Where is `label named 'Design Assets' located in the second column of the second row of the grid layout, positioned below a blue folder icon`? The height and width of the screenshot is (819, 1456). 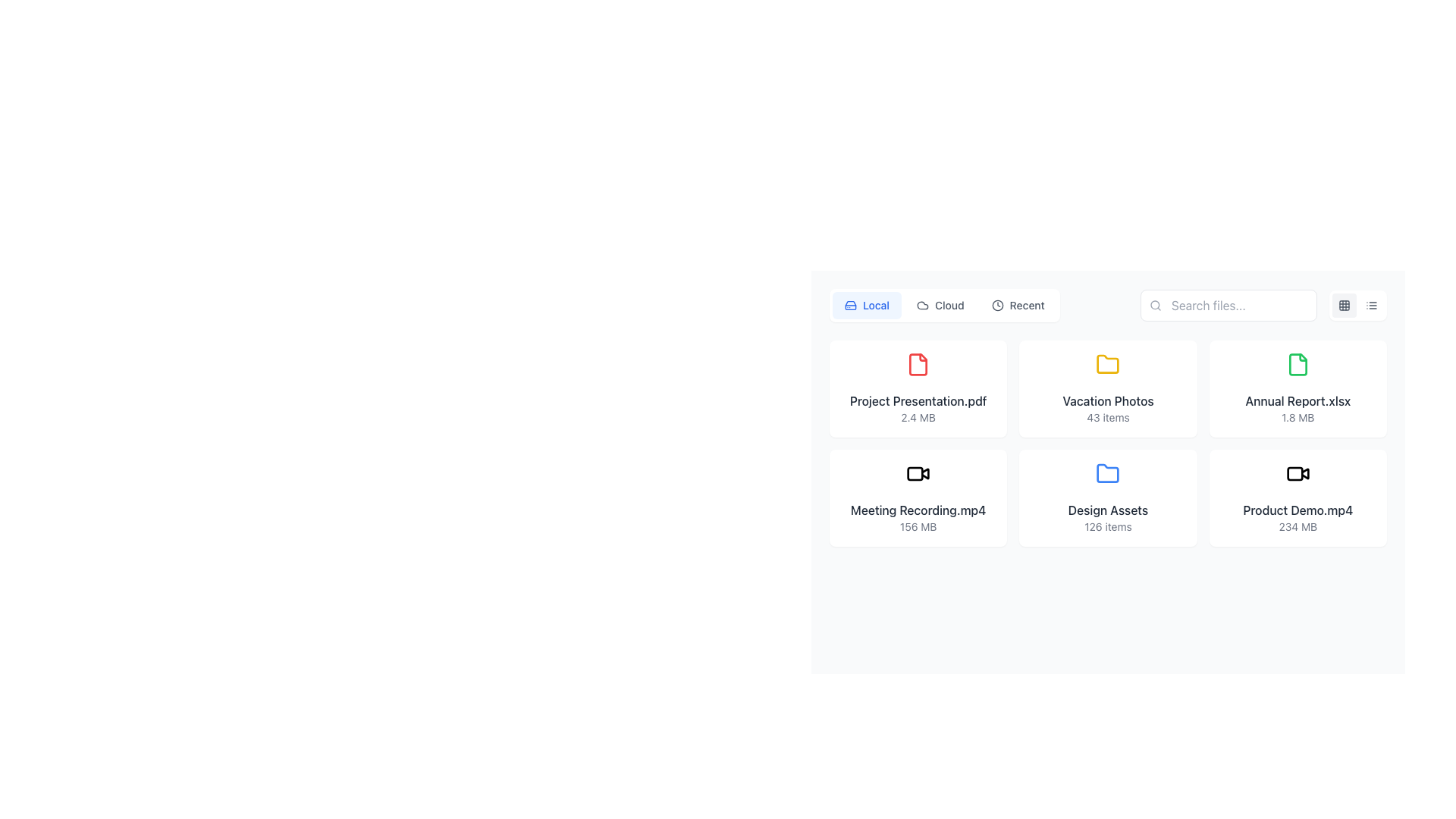 label named 'Design Assets' located in the second column of the second row of the grid layout, positioned below a blue folder icon is located at coordinates (1108, 510).